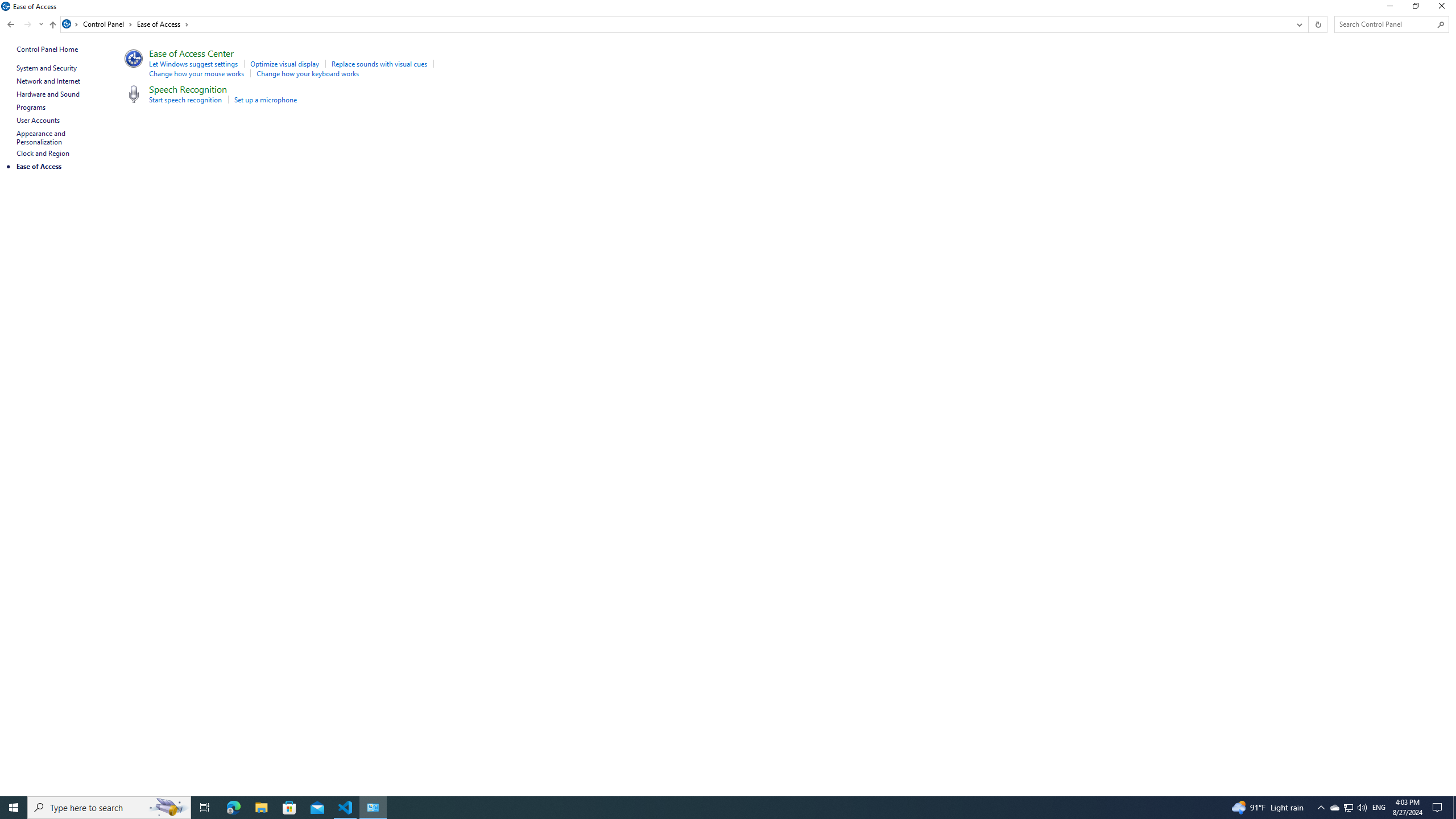 This screenshot has height=819, width=1456. I want to click on 'Previous Locations', so click(1298, 24).